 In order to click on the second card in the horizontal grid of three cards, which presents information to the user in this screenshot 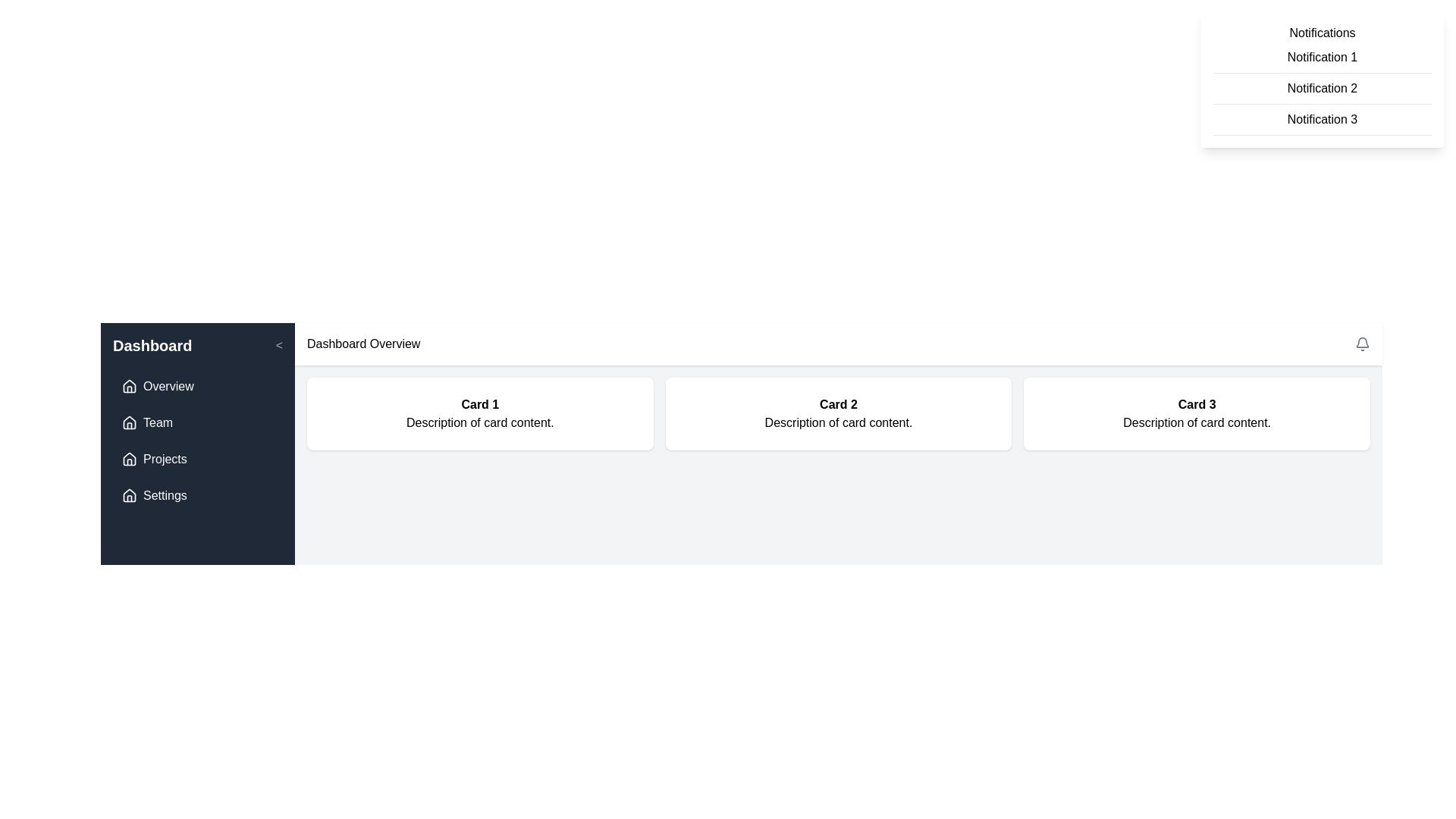, I will do `click(837, 414)`.